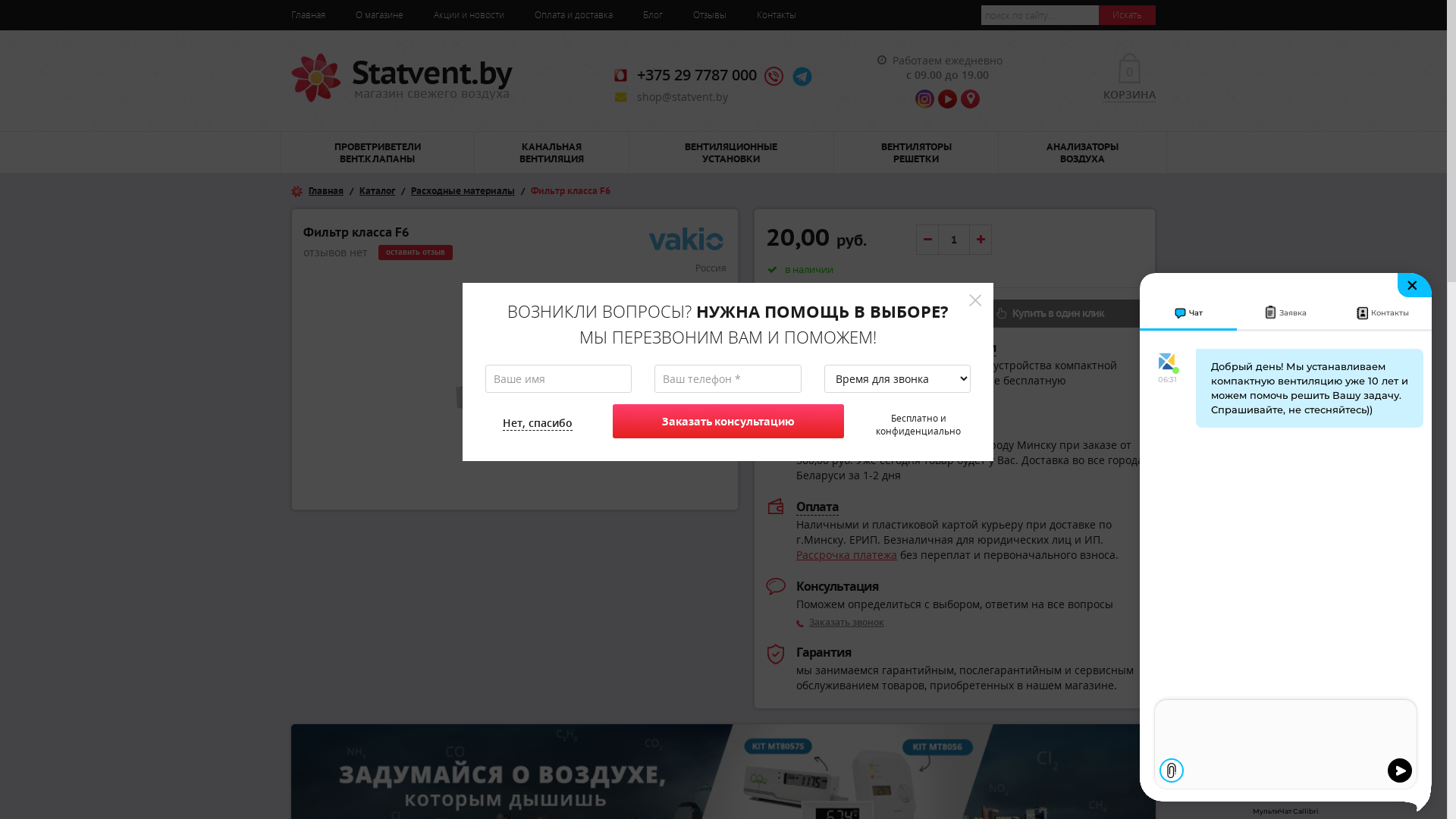 The height and width of the screenshot is (819, 1456). Describe the element at coordinates (695, 74) in the screenshot. I see `'+375 29 7787 000'` at that location.